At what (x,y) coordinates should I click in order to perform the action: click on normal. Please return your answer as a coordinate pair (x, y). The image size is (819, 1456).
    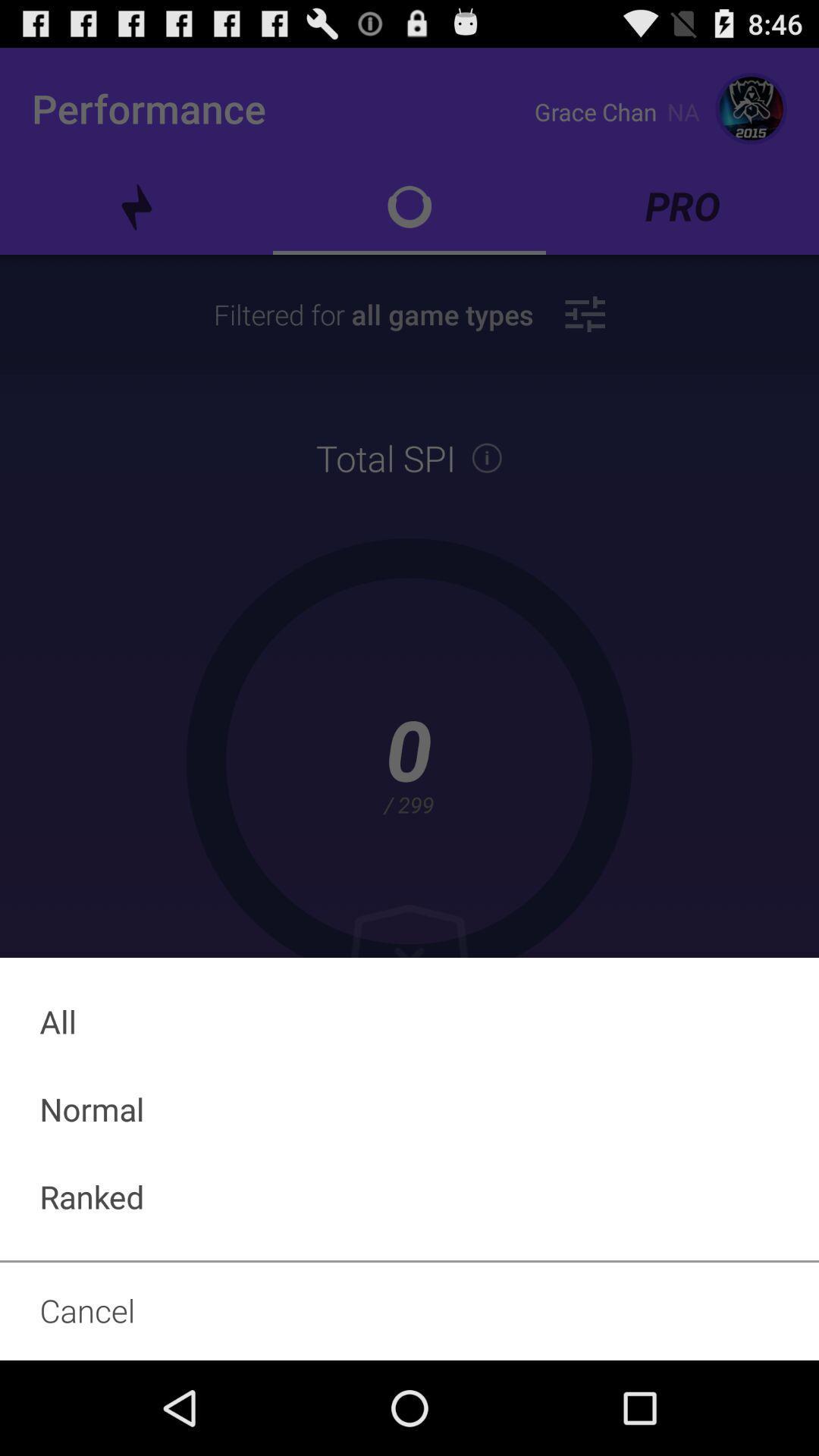
    Looking at the image, I should click on (409, 1109).